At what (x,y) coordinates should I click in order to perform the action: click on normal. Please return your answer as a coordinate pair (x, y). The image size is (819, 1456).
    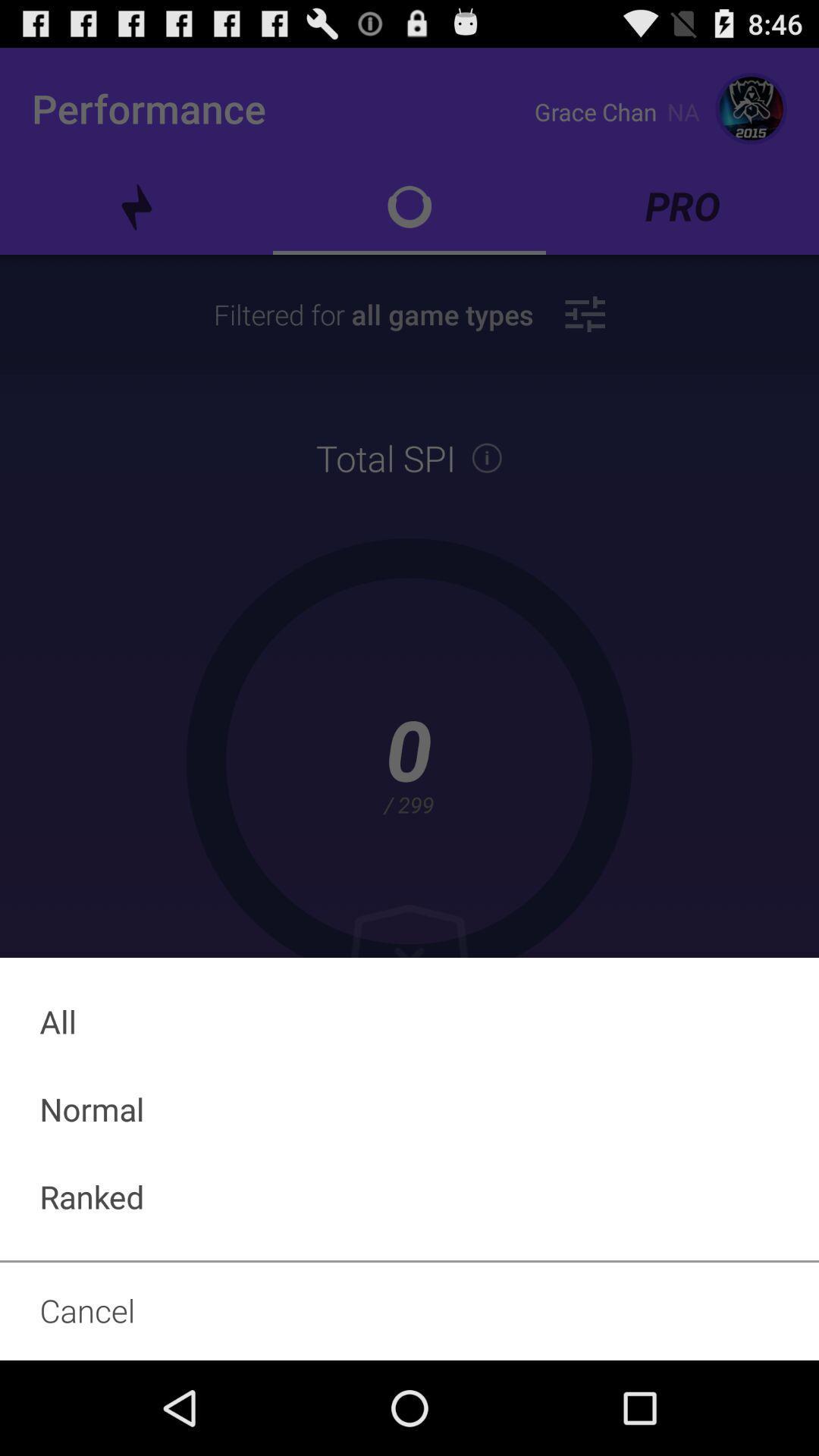
    Looking at the image, I should click on (409, 1109).